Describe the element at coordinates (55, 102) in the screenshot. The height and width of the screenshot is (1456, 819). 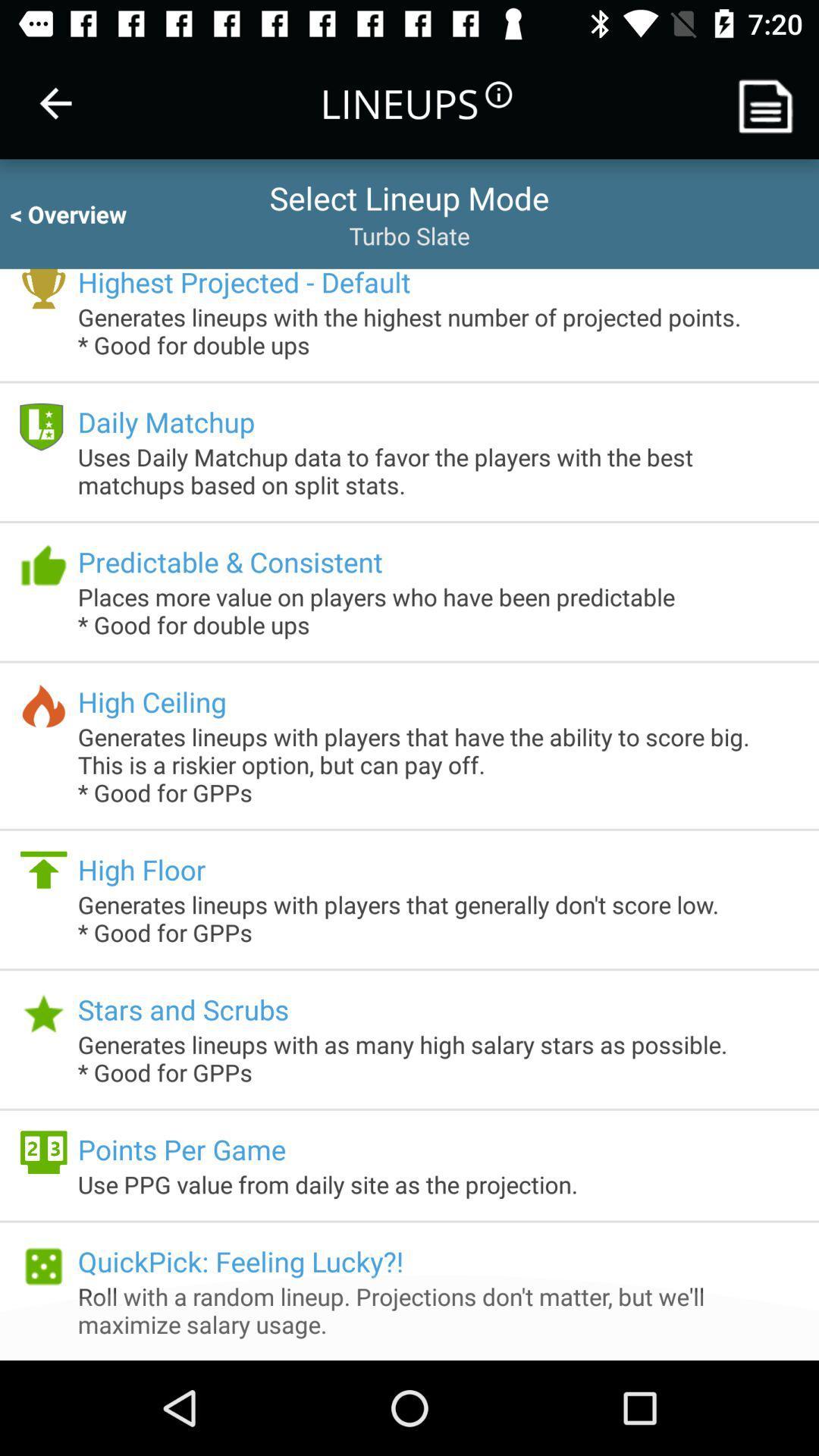
I see `item to the left of the lineups` at that location.